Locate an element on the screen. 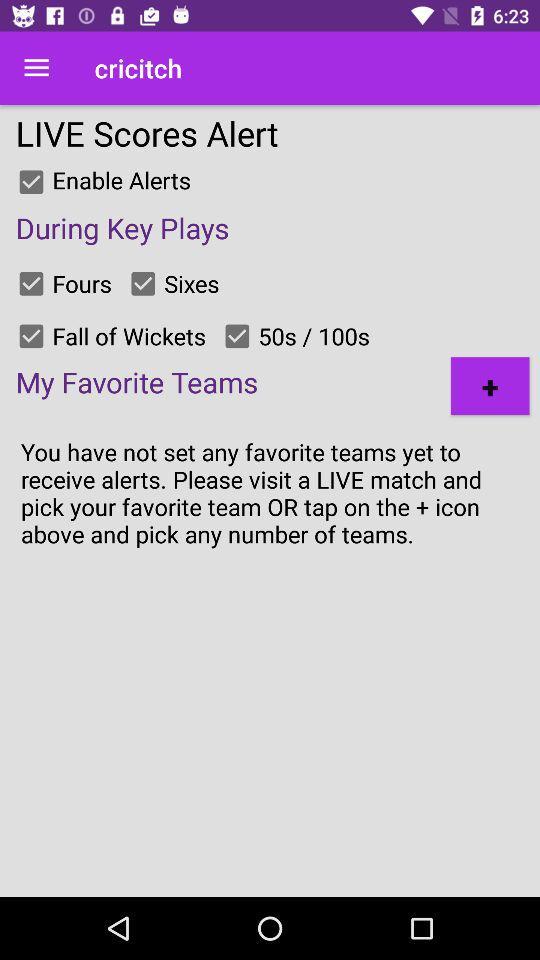  check option is located at coordinates (30, 282).